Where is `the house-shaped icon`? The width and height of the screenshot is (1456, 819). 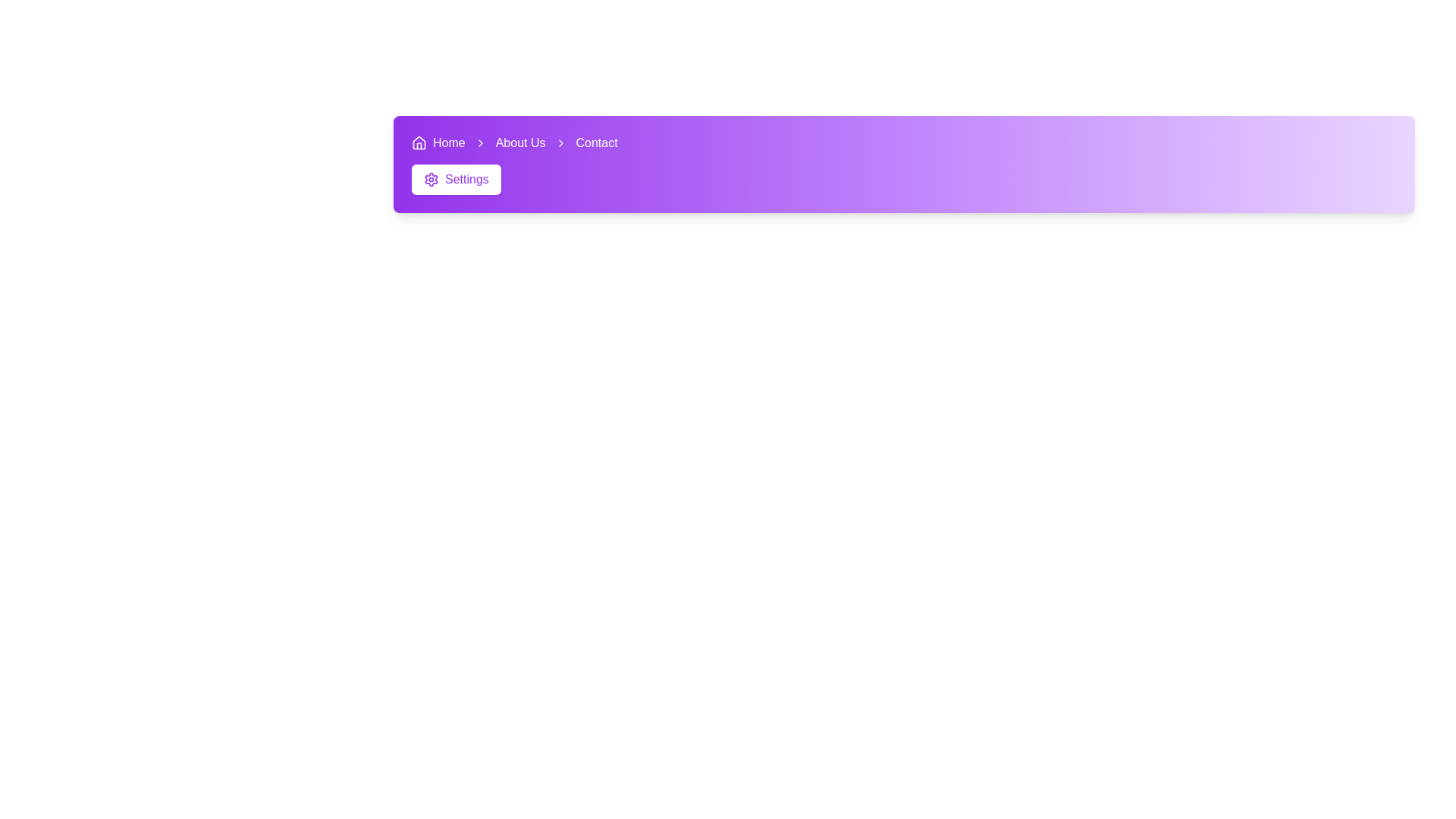 the house-shaped icon is located at coordinates (419, 143).